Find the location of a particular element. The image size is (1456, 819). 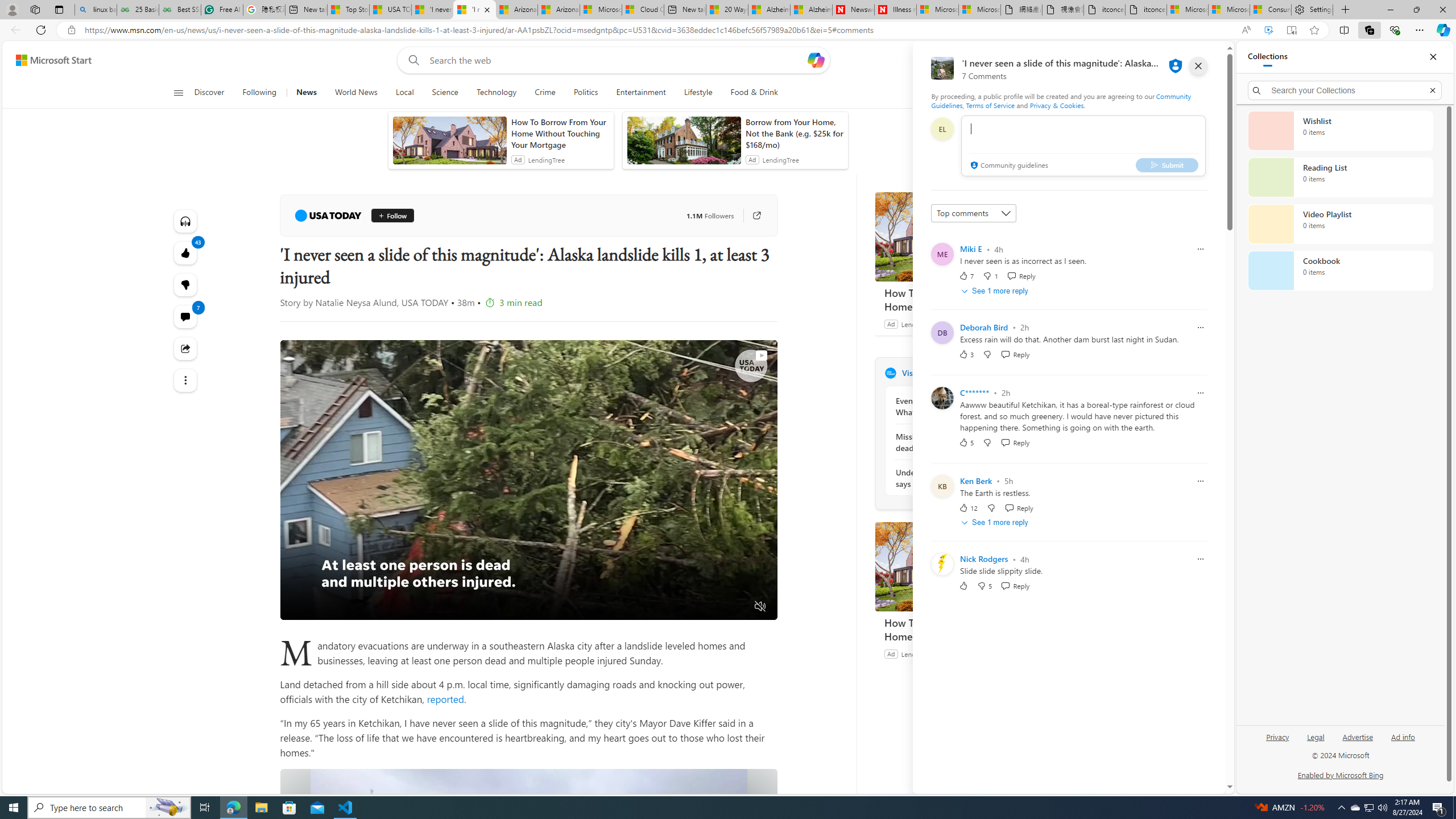

'12 Like' is located at coordinates (967, 507).